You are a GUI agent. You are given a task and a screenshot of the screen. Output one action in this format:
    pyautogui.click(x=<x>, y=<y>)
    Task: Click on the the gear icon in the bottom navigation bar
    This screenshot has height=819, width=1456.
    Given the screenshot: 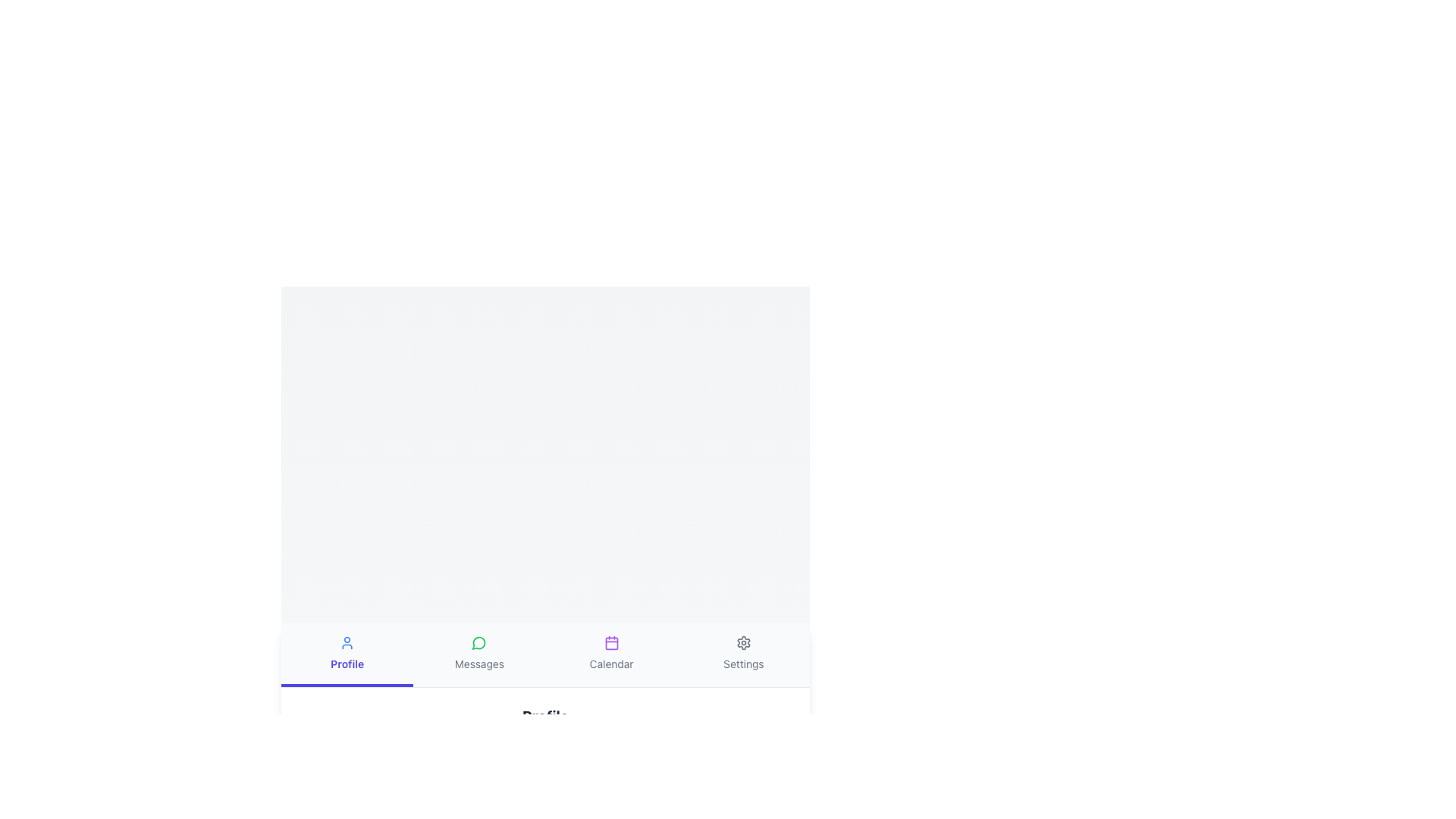 What is the action you would take?
    pyautogui.click(x=743, y=642)
    